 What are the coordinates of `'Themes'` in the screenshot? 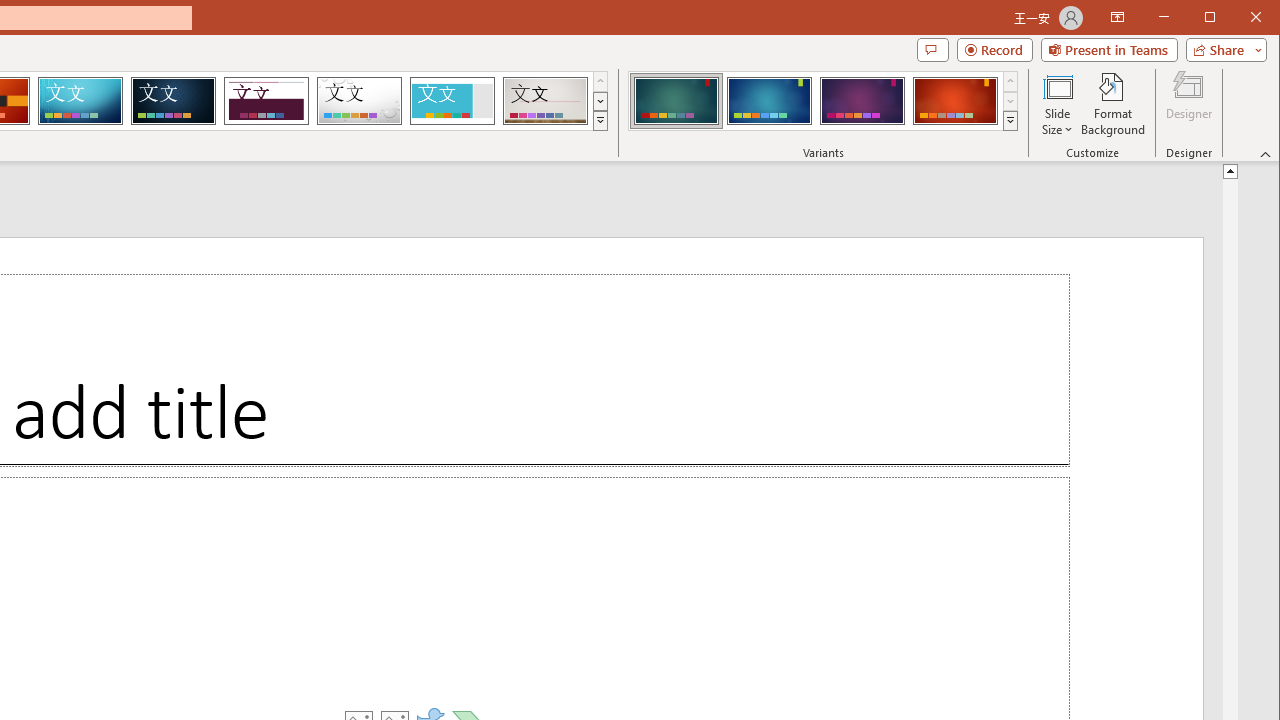 It's located at (599, 120).